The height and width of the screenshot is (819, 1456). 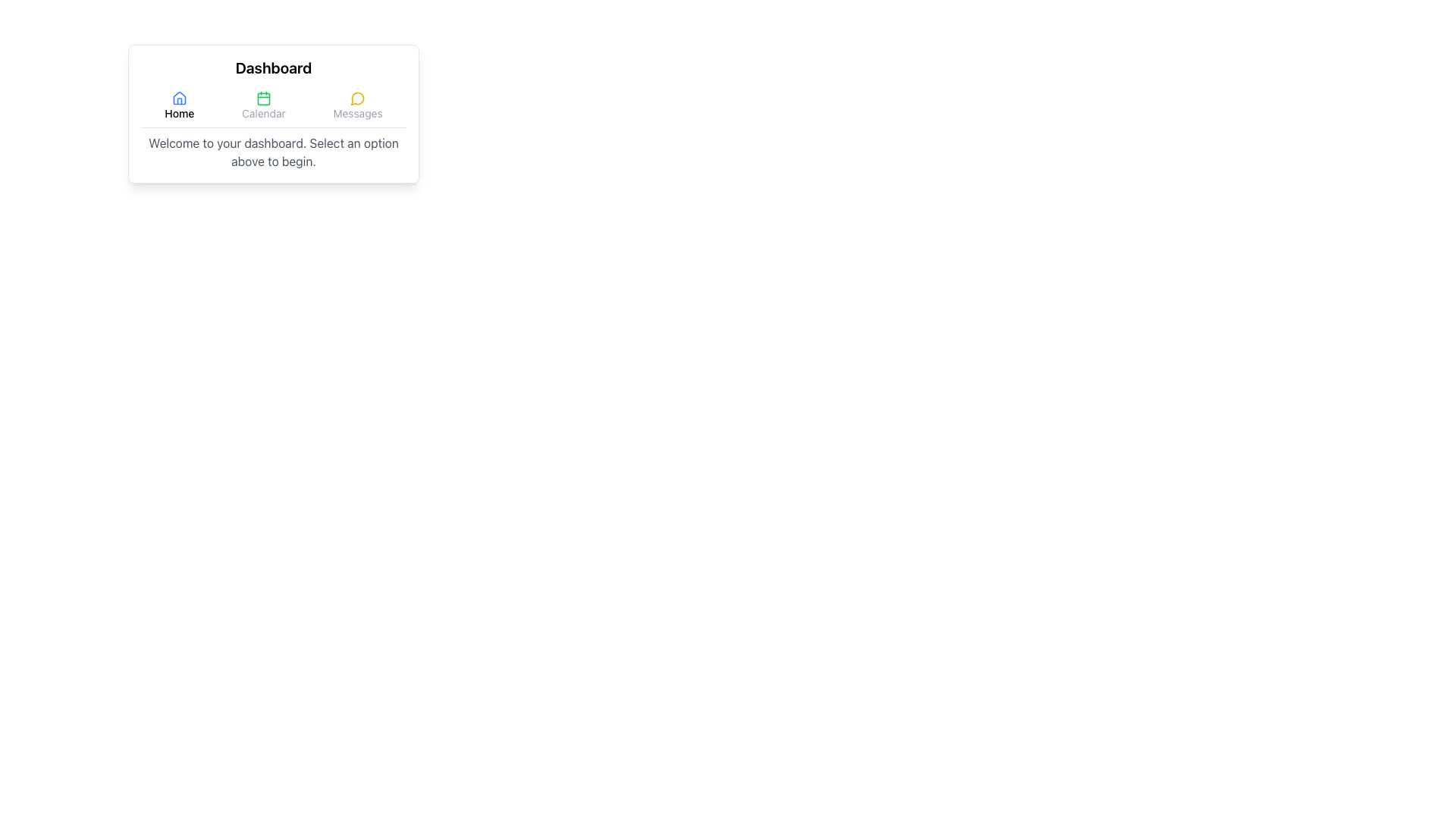 I want to click on the 'Messages' icon located at the topmost card labeled 'Dashboard', positioned directly above the 'Messages' label and to the right of the 'Home' and 'Calendar' sections, so click(x=357, y=99).